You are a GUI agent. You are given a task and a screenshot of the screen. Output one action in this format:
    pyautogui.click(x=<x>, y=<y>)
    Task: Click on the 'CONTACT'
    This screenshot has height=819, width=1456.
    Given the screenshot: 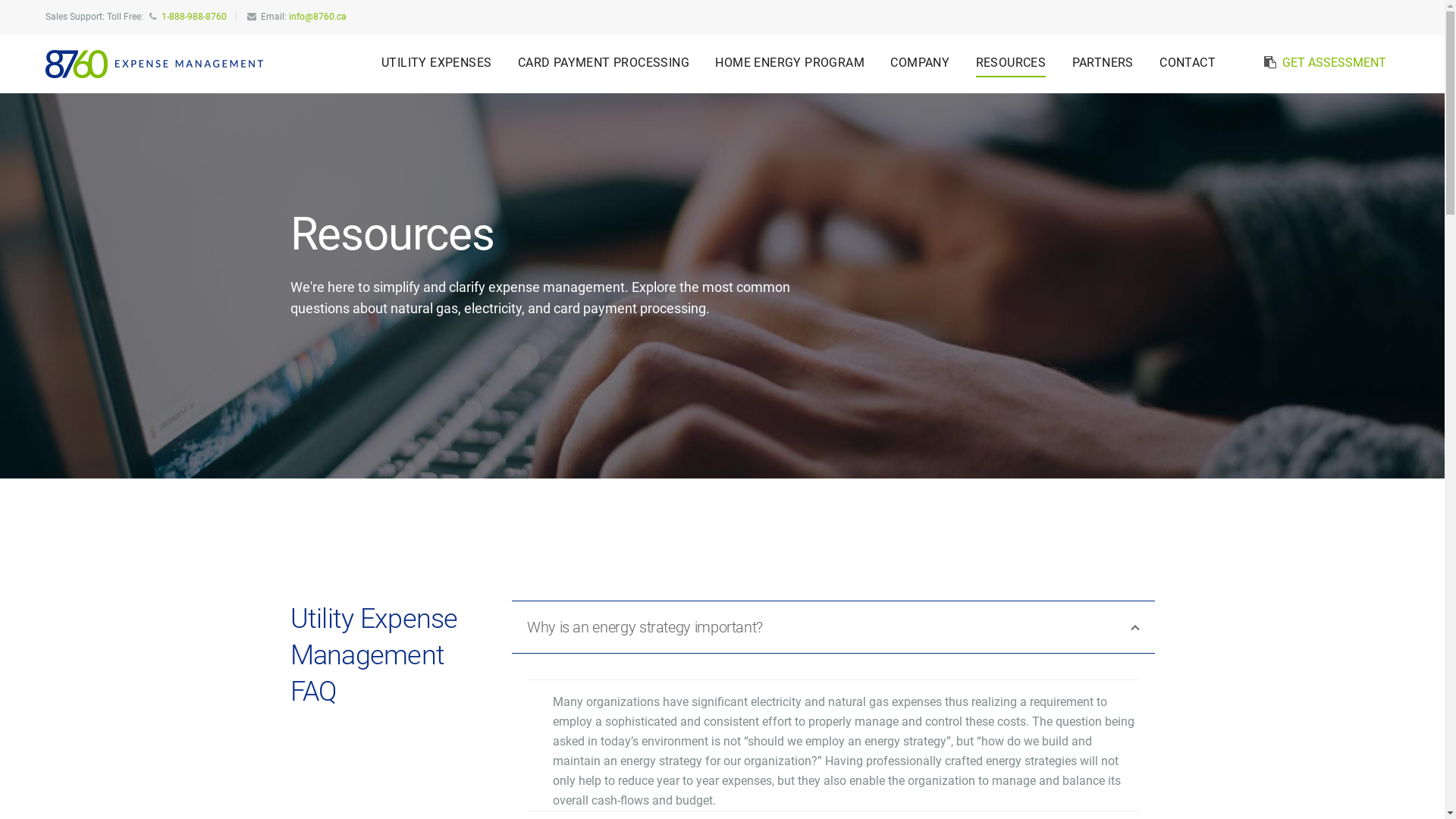 What is the action you would take?
    pyautogui.click(x=1186, y=62)
    